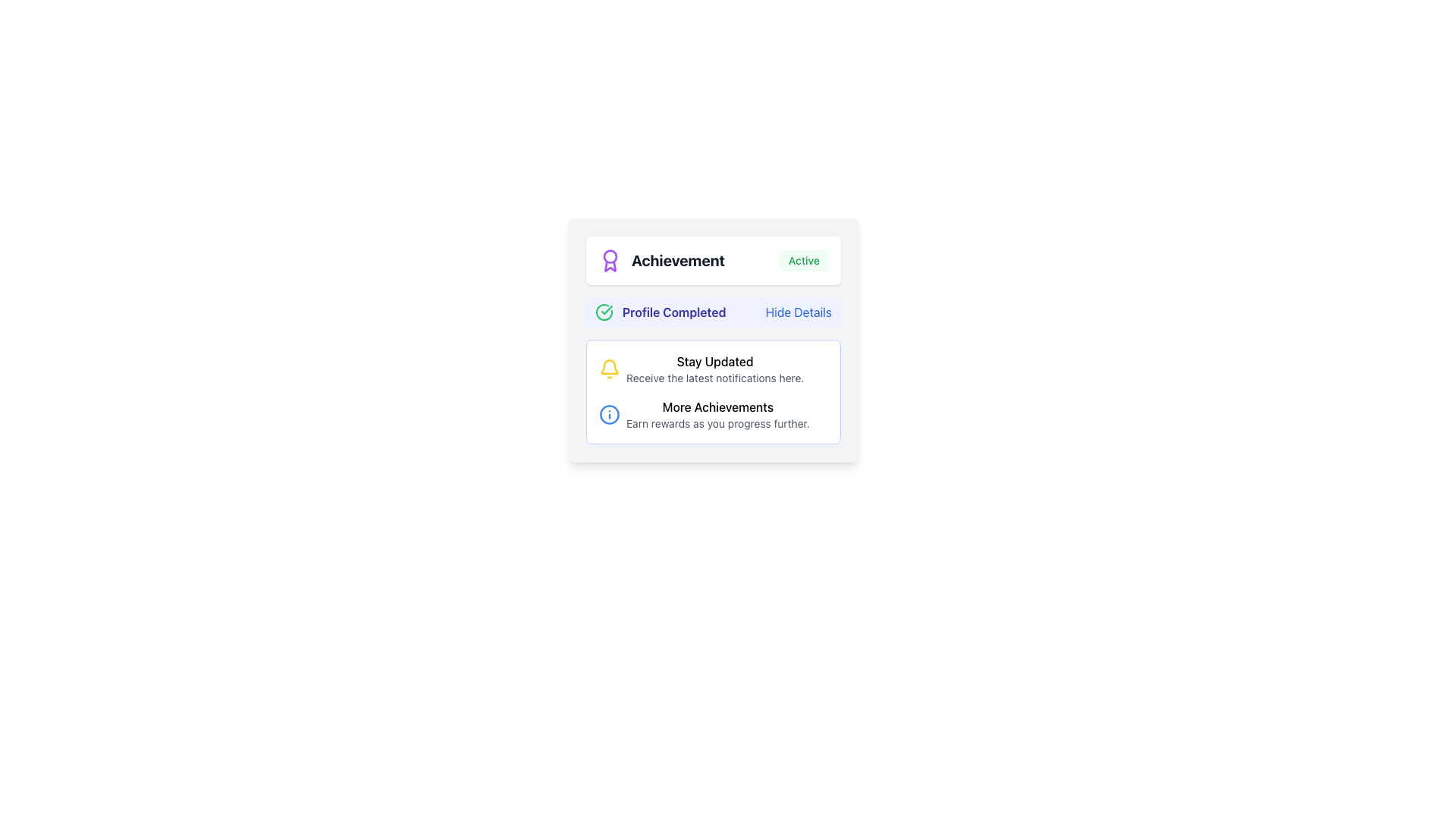 The image size is (1456, 819). Describe the element at coordinates (603, 312) in the screenshot. I see `the circular green icon with a checkmark that indicates profile completion, located next to the text 'Profile Completed'` at that location.